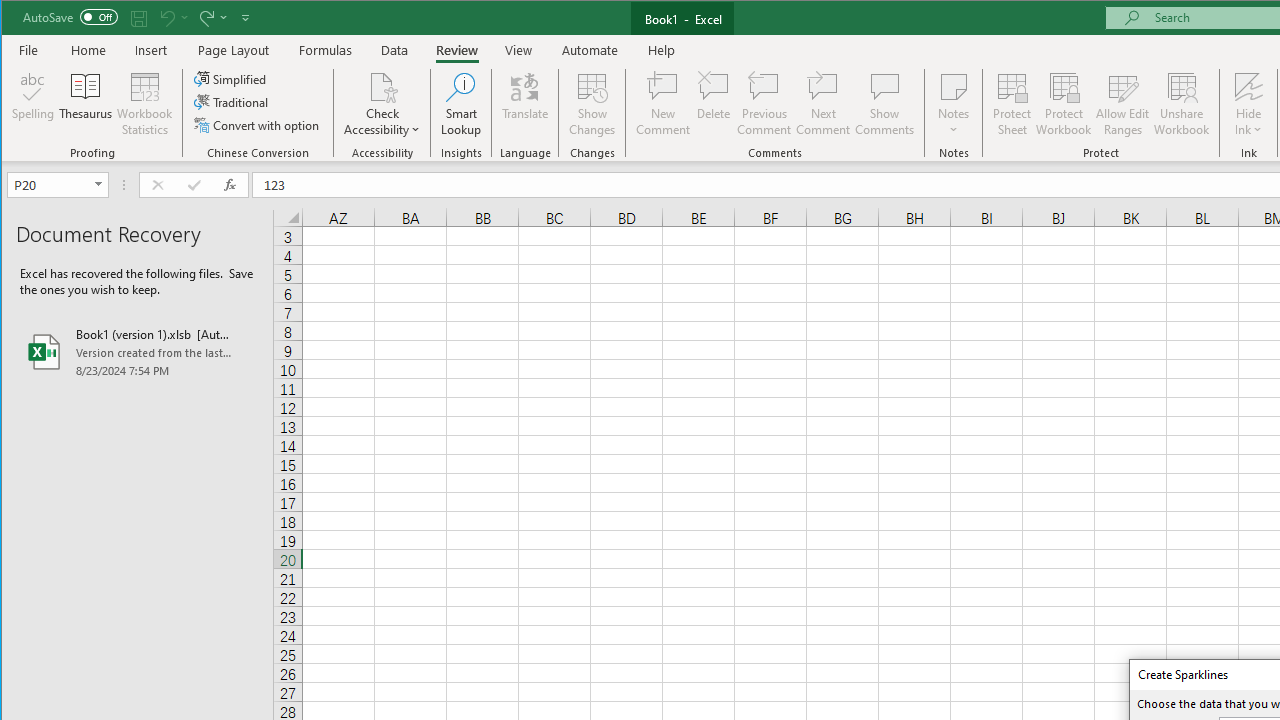 The image size is (1280, 720). Describe the element at coordinates (763, 104) in the screenshot. I see `'Previous Comment'` at that location.